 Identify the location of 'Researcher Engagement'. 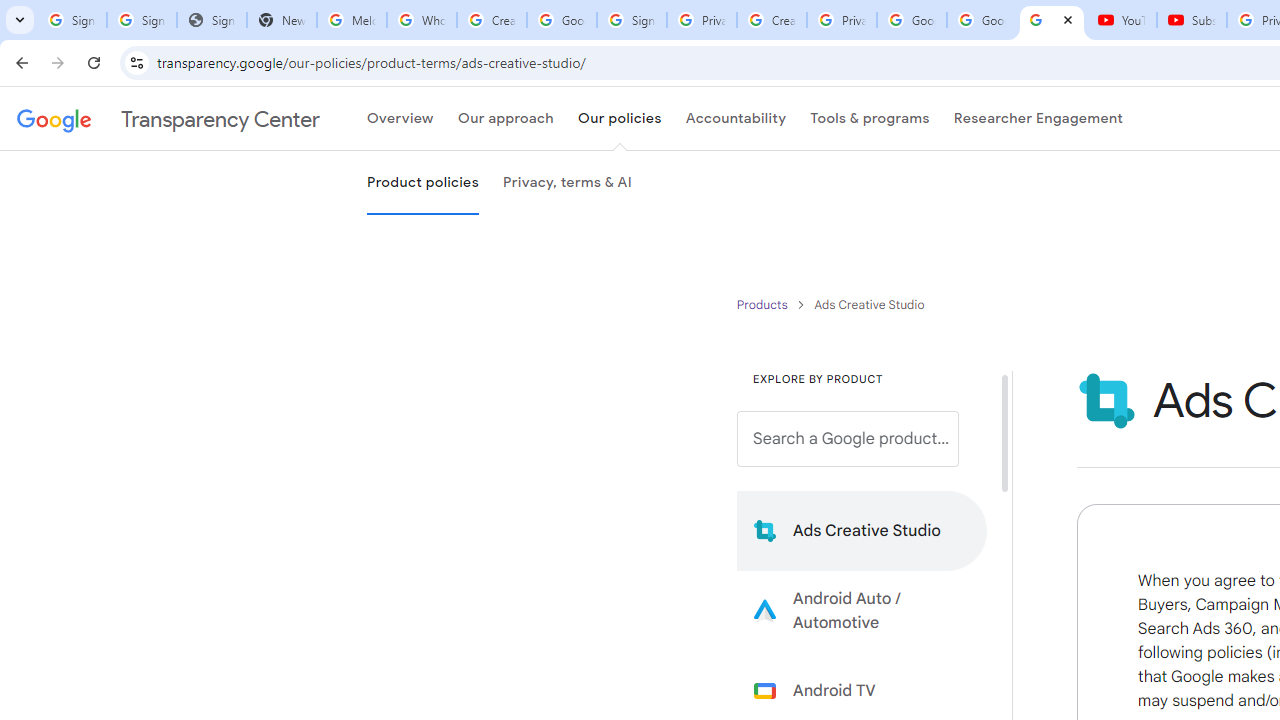
(1038, 119).